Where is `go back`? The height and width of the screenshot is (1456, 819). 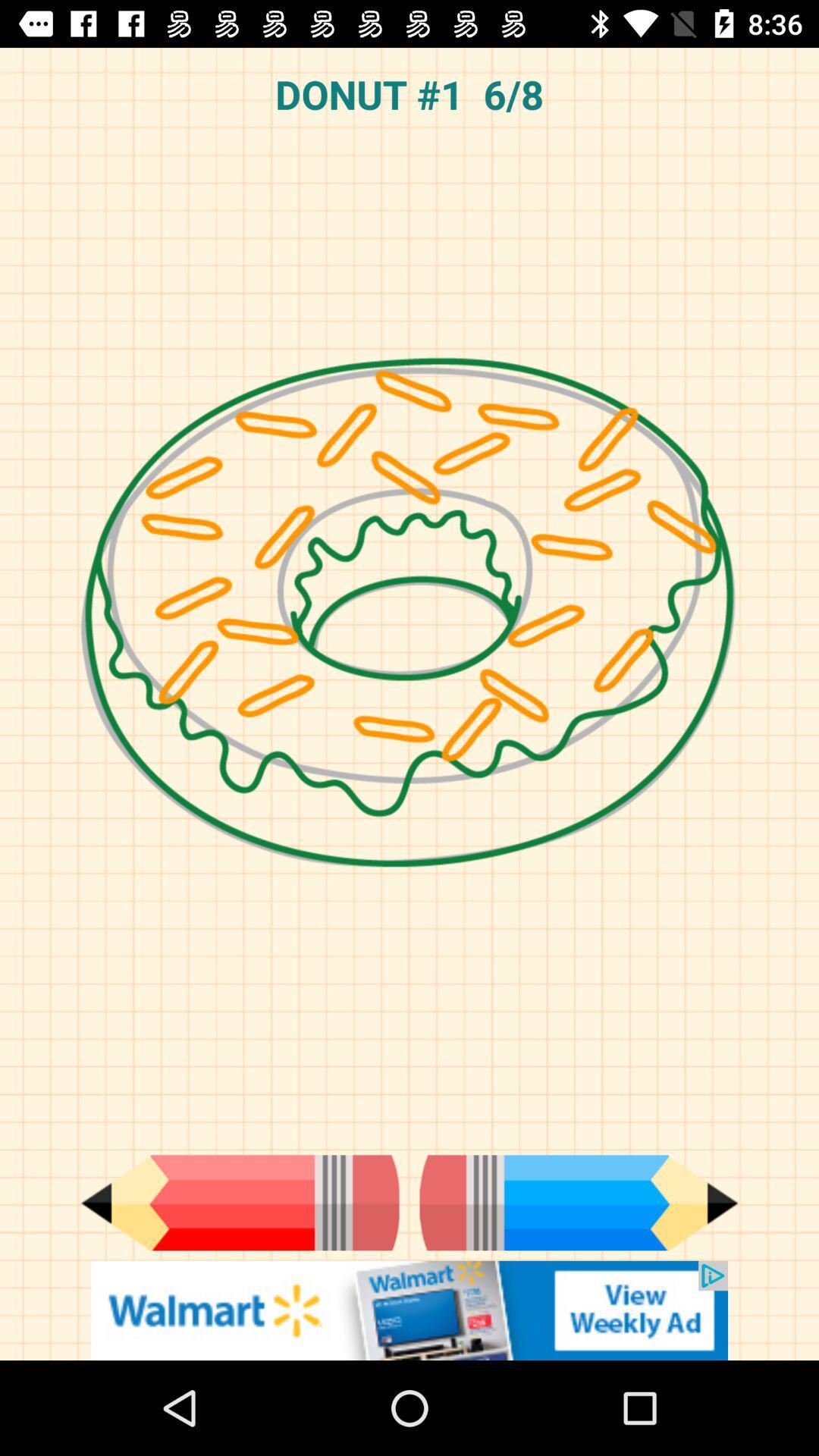 go back is located at coordinates (239, 1202).